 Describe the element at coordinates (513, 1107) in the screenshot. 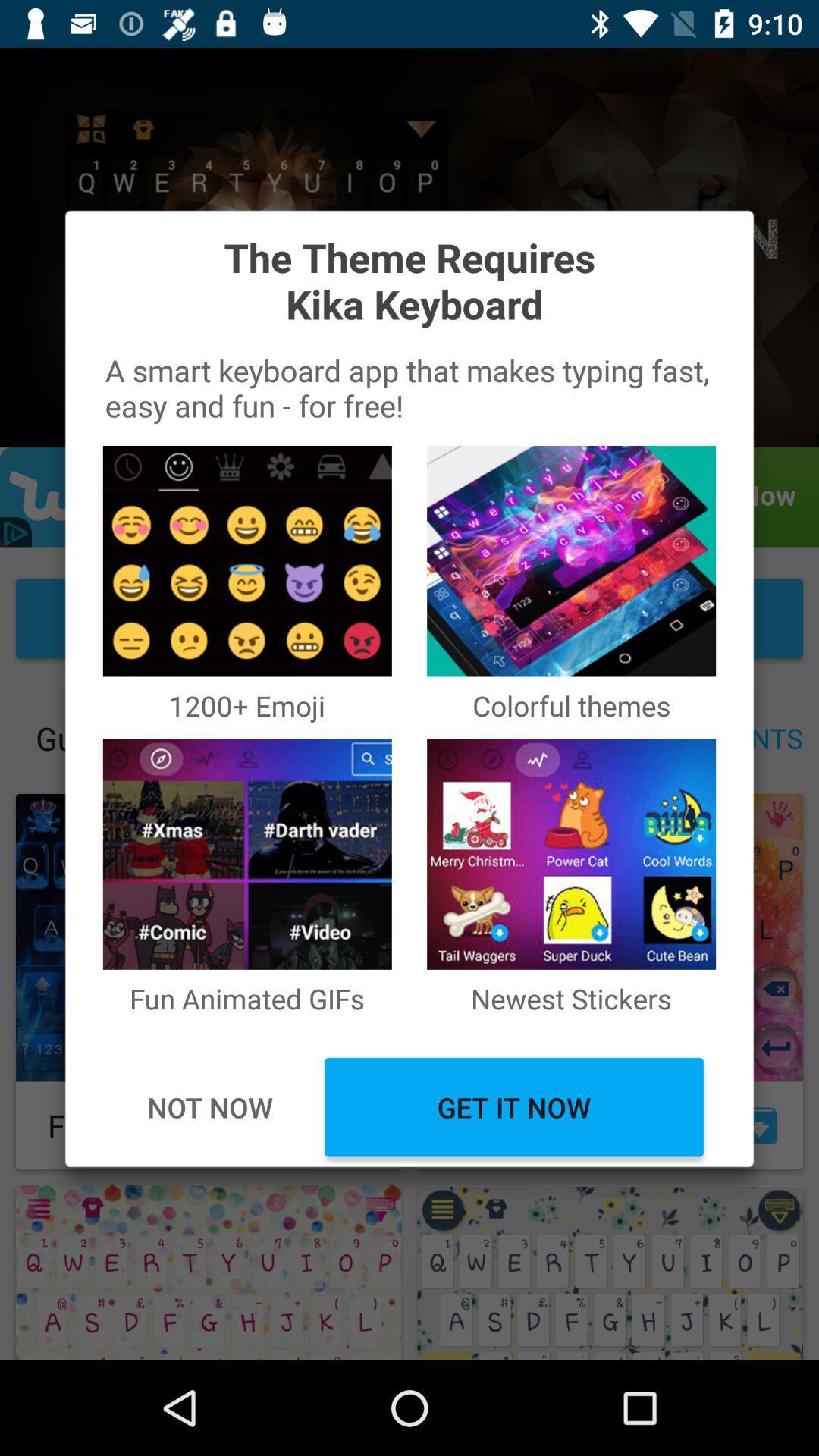

I see `icon next to the not now item` at that location.